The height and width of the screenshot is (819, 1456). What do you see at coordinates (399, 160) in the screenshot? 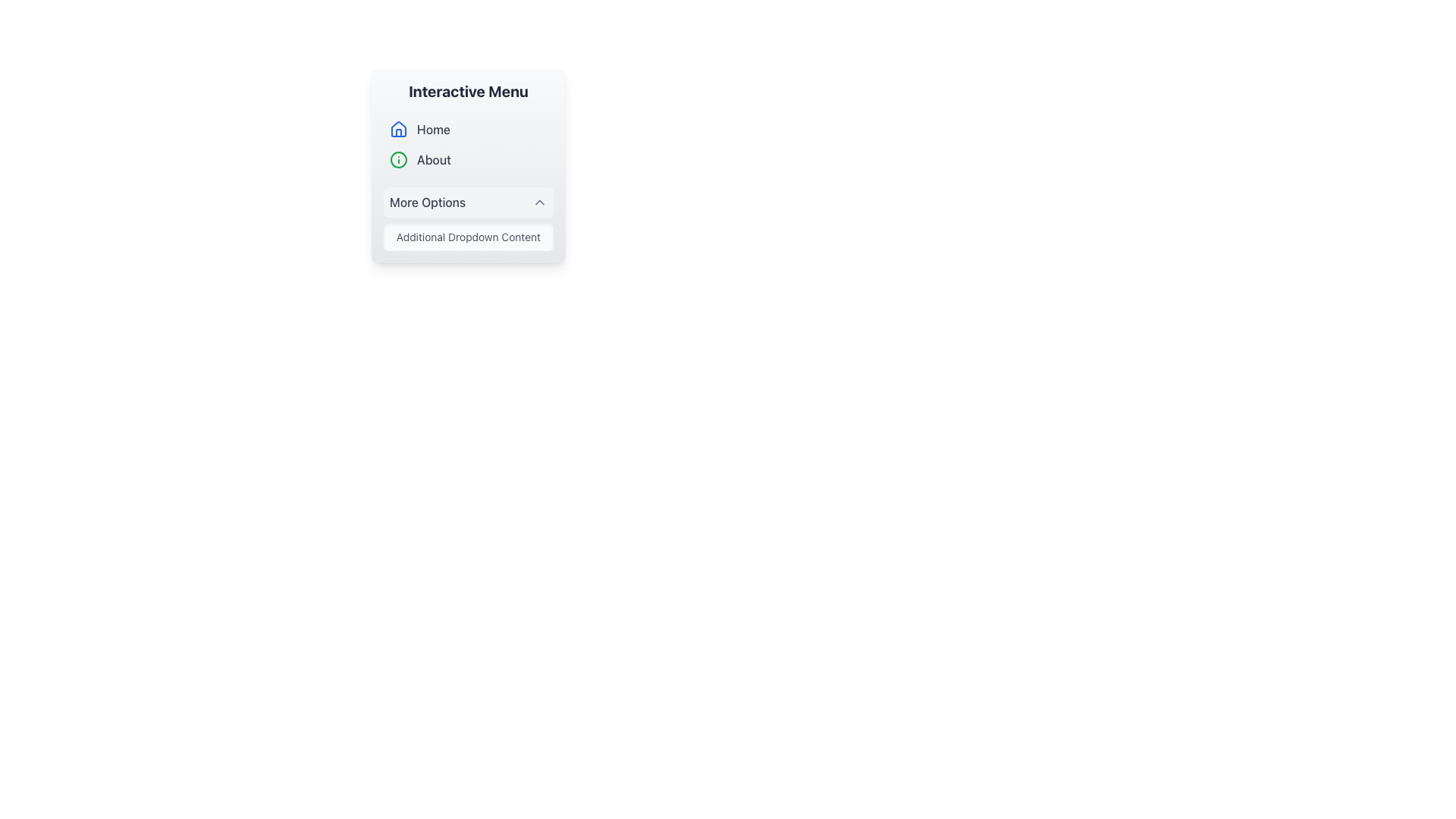
I see `the circular SVG shape of the green 'Information' icon located adjacent to the 'About' label in the menu` at bounding box center [399, 160].